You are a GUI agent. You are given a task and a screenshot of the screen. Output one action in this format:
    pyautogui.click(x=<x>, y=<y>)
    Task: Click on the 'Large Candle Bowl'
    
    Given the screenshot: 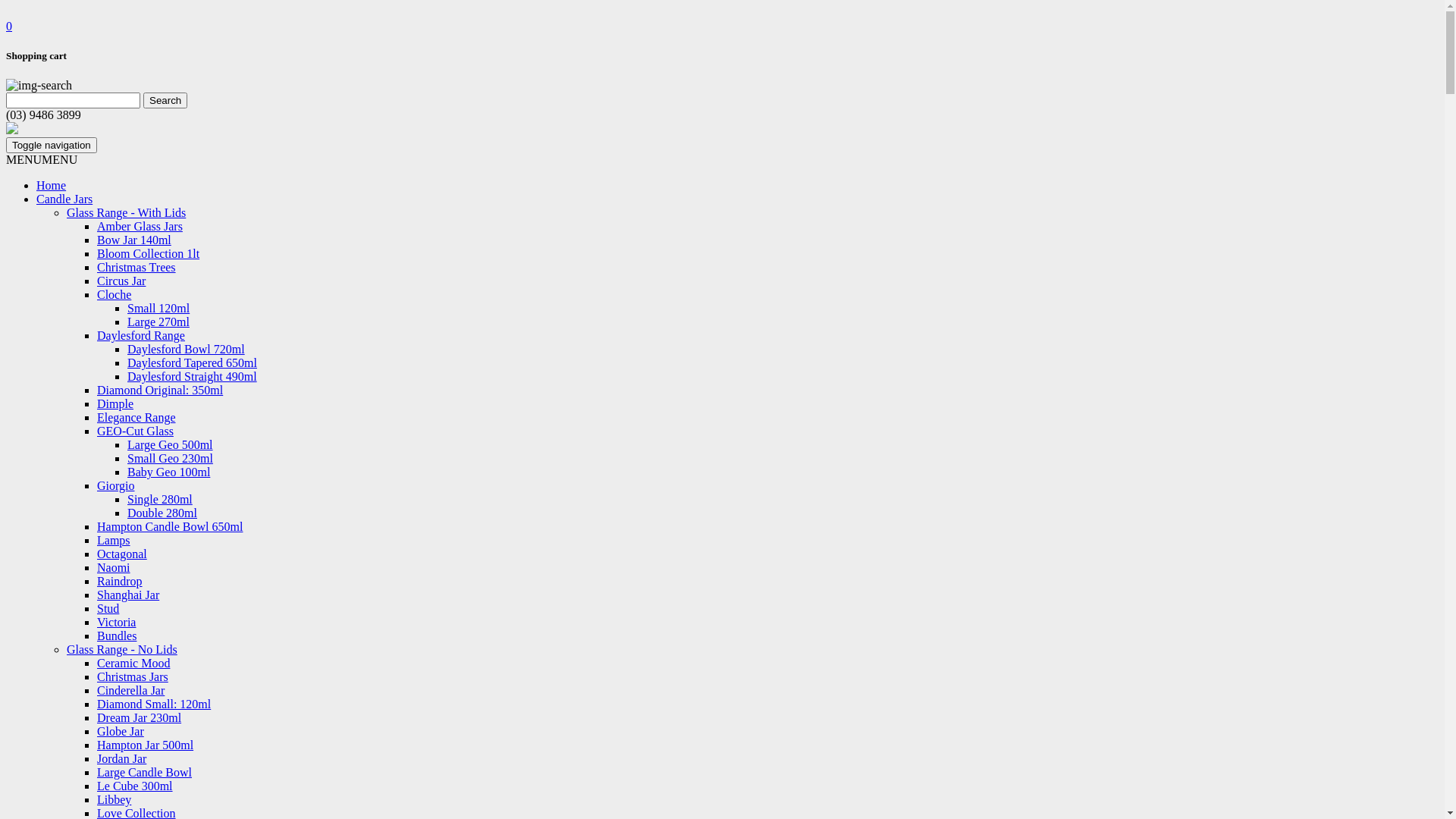 What is the action you would take?
    pyautogui.click(x=96, y=772)
    